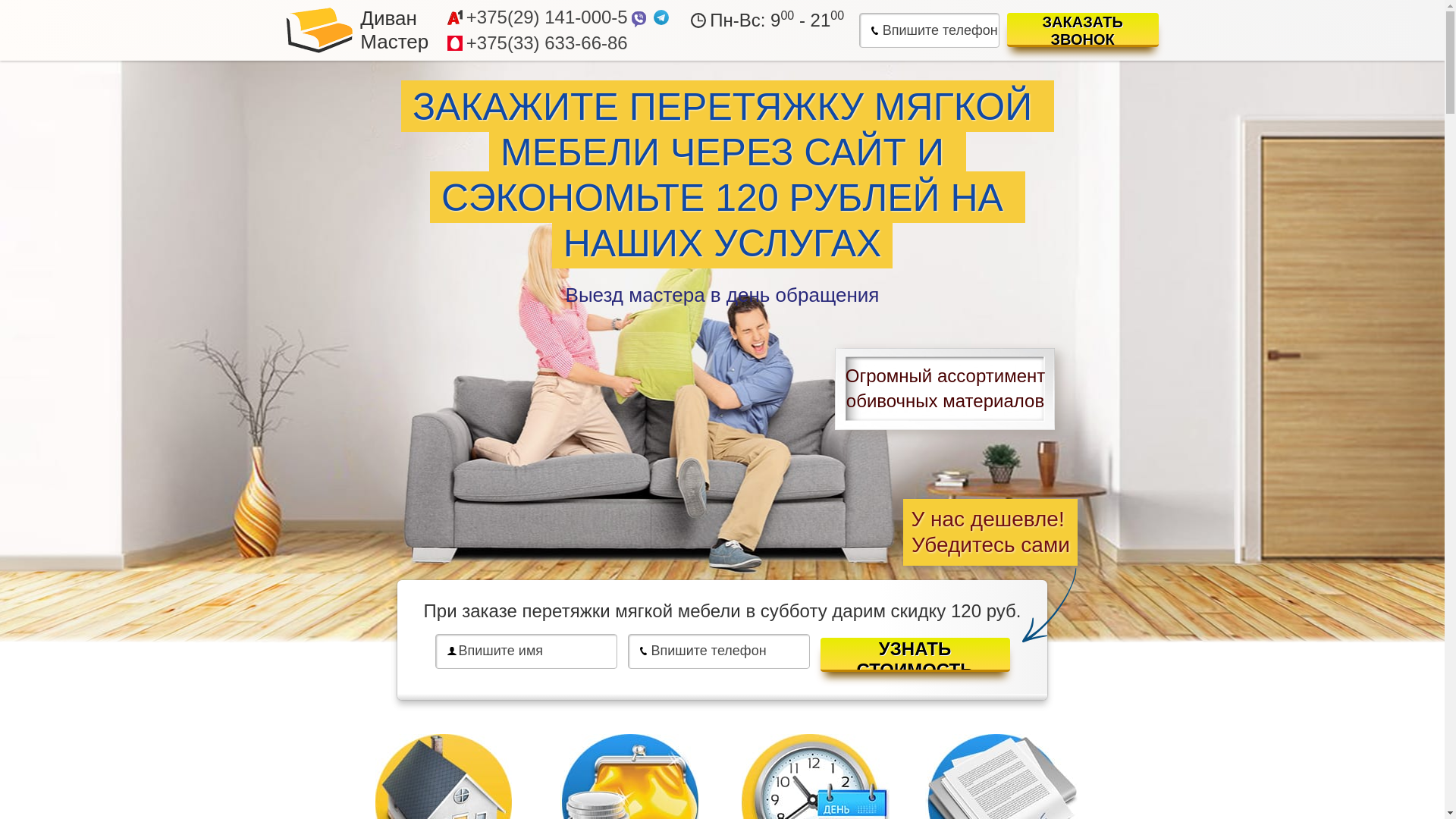 This screenshot has height=819, width=1456. I want to click on '+375(33) 633-66-86', so click(546, 42).